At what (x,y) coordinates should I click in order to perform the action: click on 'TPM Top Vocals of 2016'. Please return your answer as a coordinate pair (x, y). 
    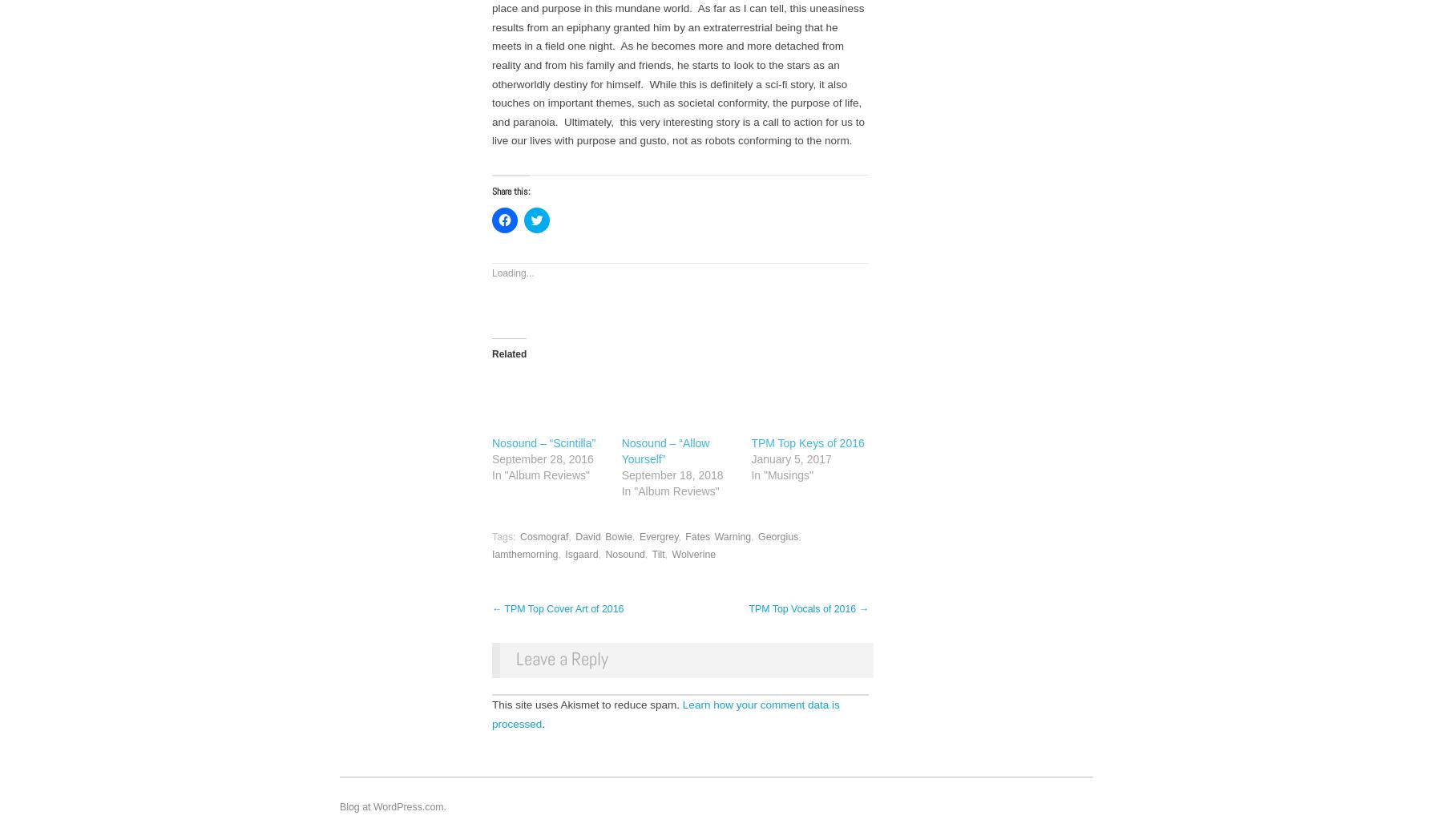
    Looking at the image, I should click on (803, 608).